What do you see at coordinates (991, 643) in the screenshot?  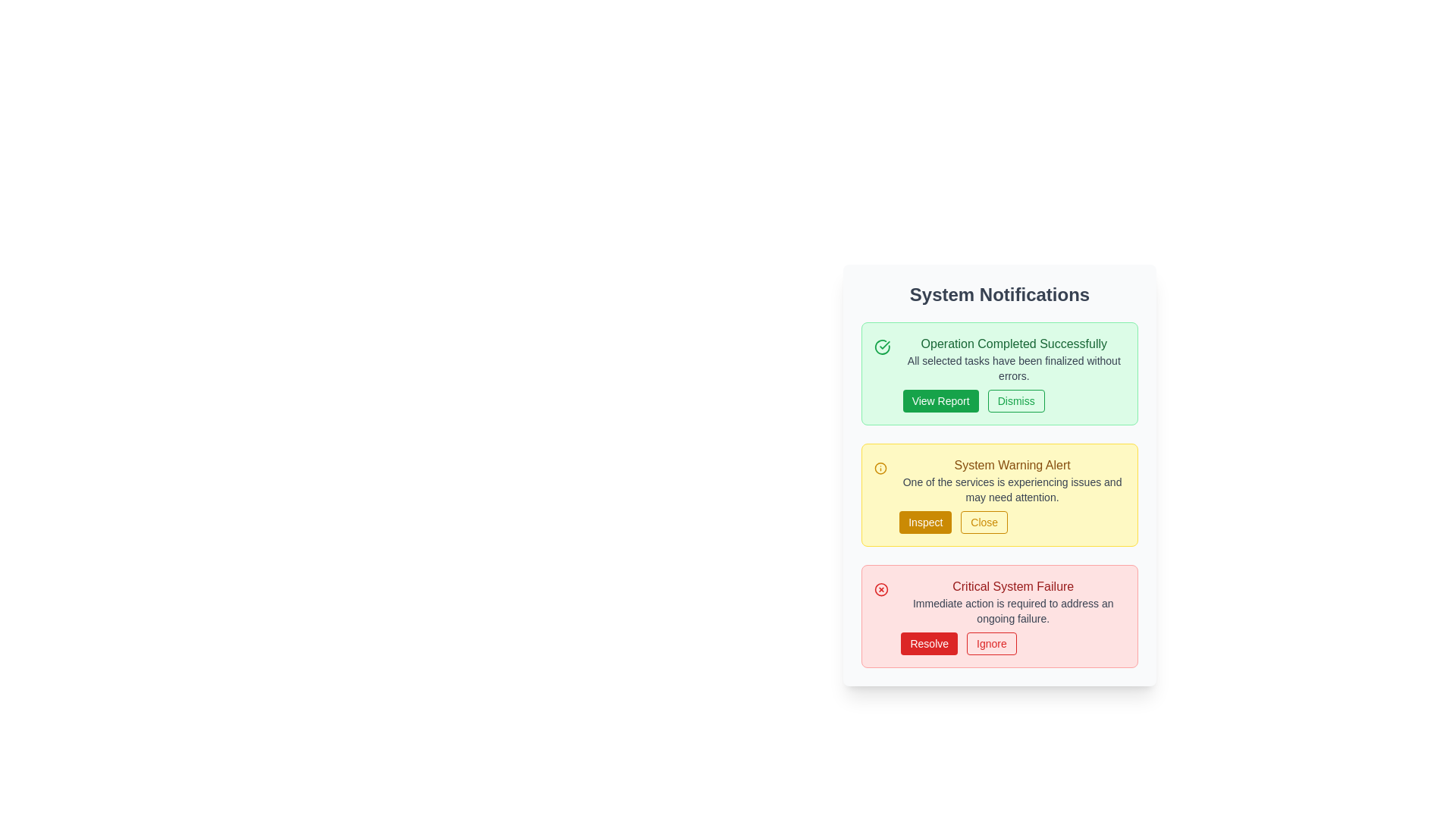 I see `the 'Ignore' button, which is the second button in the 'Critical System Failure' alert notification panel, located at the bottom of the 'System Notifications' section` at bounding box center [991, 643].